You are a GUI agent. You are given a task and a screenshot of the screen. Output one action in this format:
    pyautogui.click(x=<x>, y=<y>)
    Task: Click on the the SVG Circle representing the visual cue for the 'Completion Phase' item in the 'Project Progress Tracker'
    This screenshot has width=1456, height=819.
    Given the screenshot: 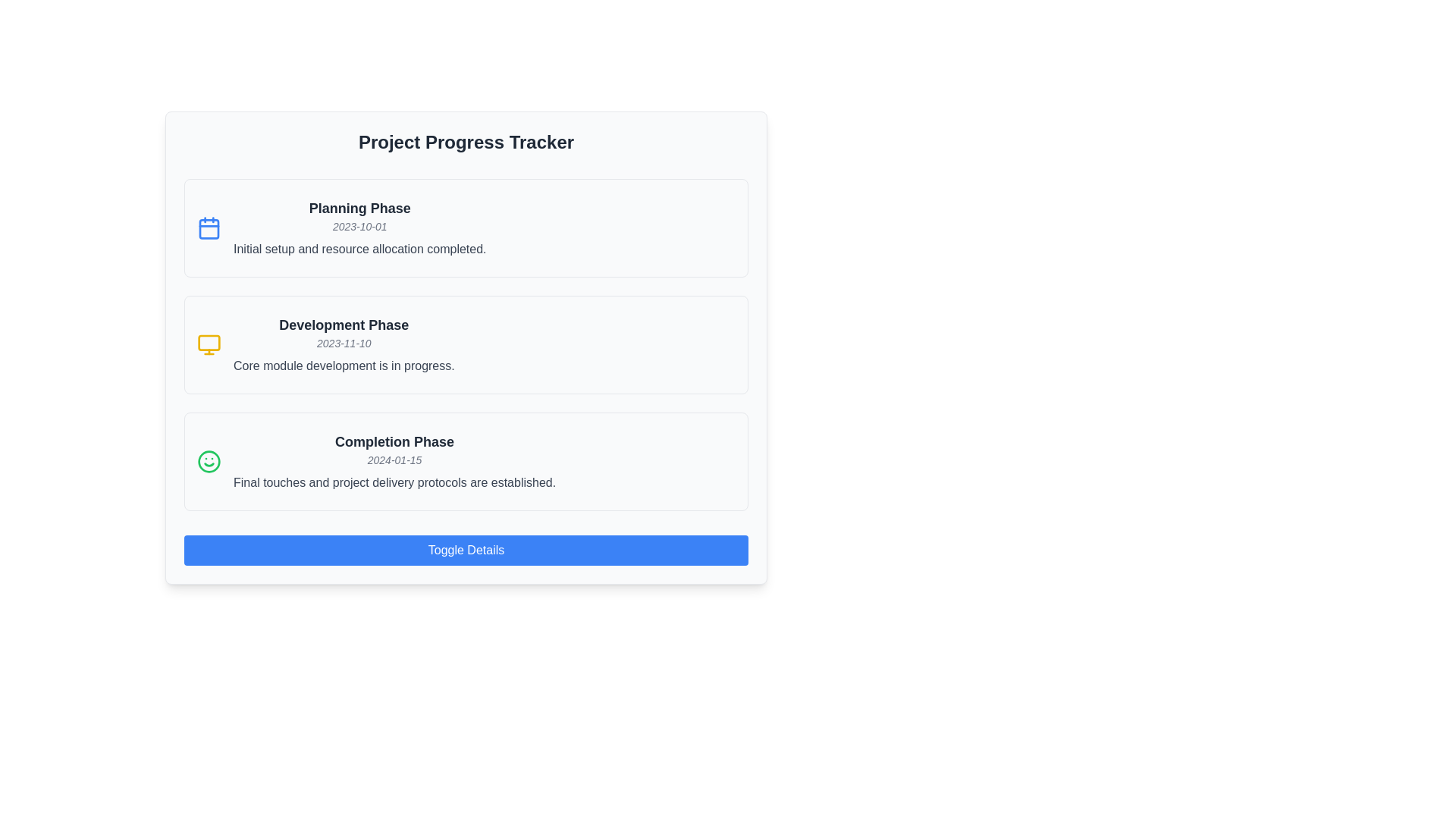 What is the action you would take?
    pyautogui.click(x=208, y=461)
    